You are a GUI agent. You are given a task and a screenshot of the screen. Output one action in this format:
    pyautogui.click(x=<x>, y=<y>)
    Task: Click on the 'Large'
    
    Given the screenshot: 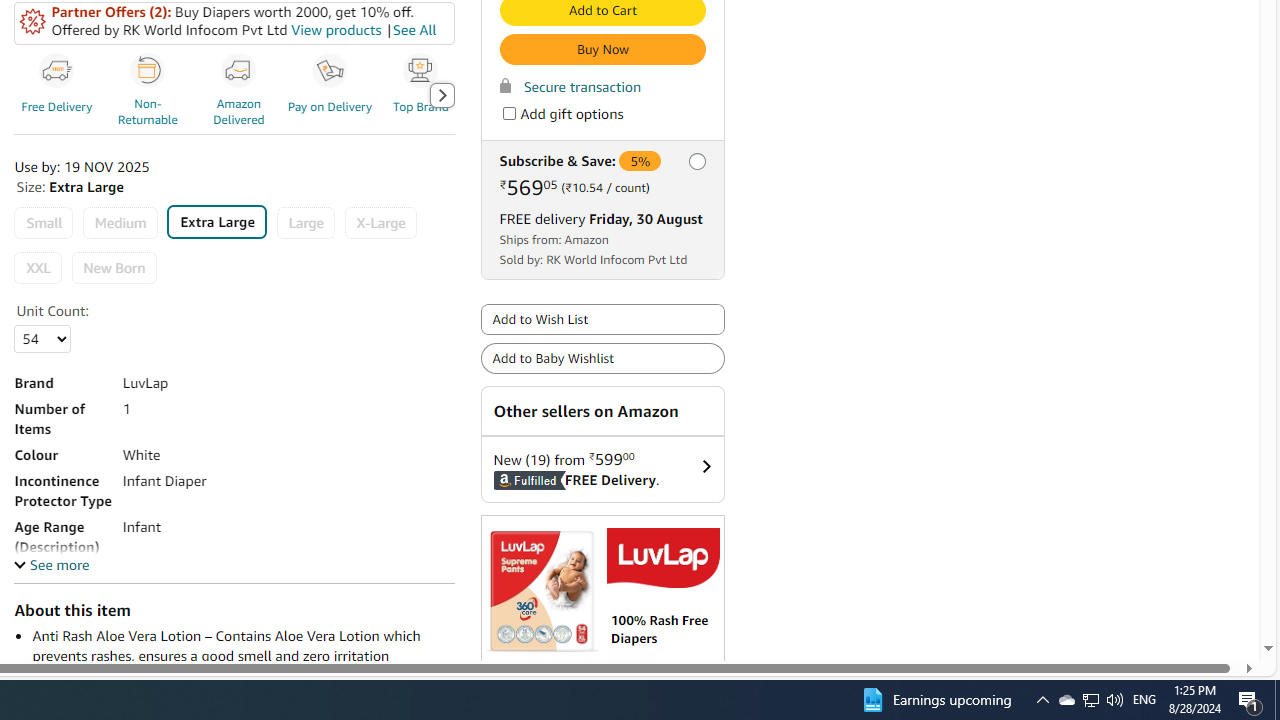 What is the action you would take?
    pyautogui.click(x=304, y=223)
    